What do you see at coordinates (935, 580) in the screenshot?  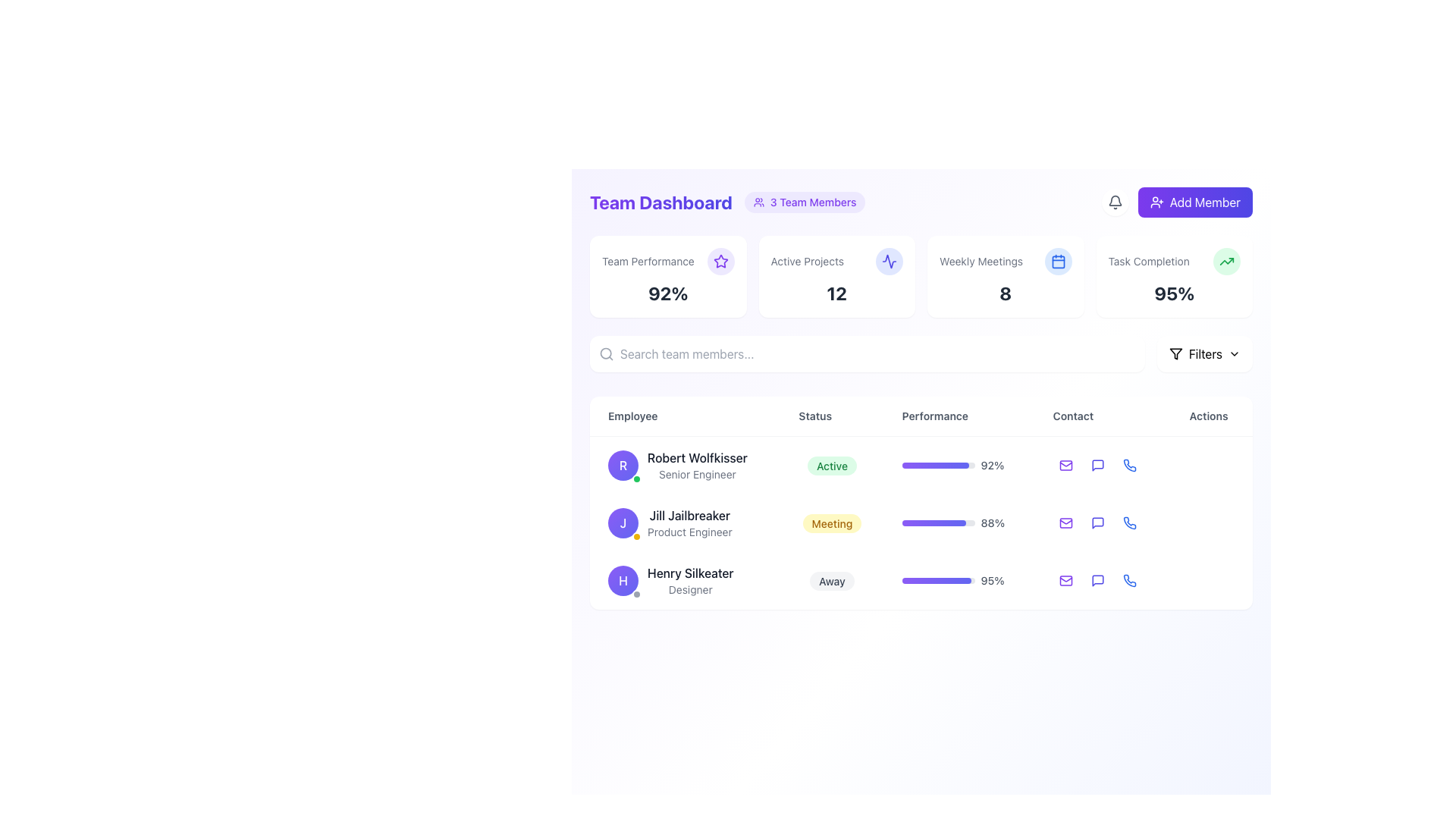 I see `the horizontal progress bar styled with a gradient from violet to indigo, located in the 'Performance' column for the third row corresponding to 'Henry Silkeater.'` at bounding box center [935, 580].